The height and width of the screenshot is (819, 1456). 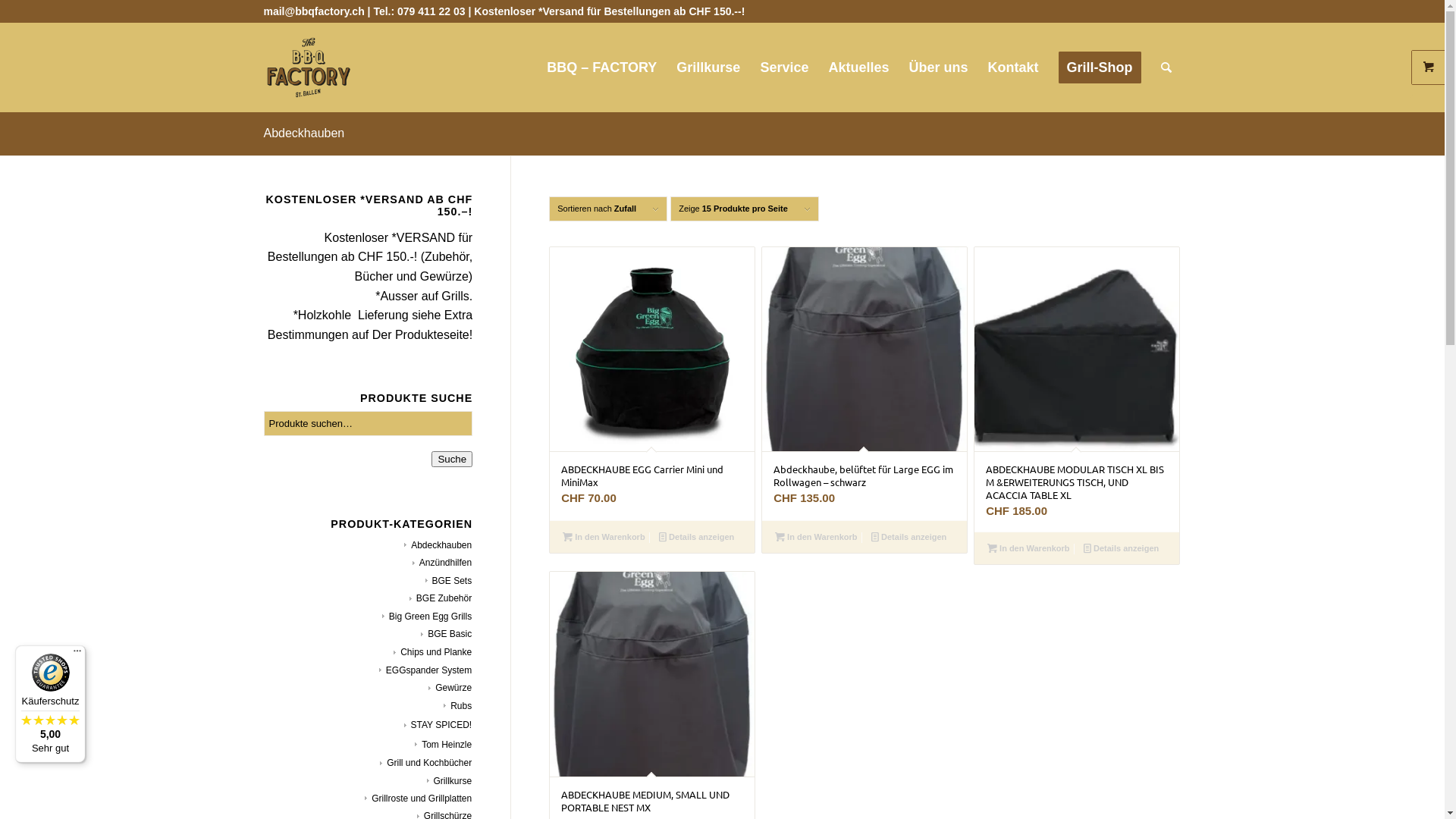 What do you see at coordinates (1099, 66) in the screenshot?
I see `'Grill-Shop'` at bounding box center [1099, 66].